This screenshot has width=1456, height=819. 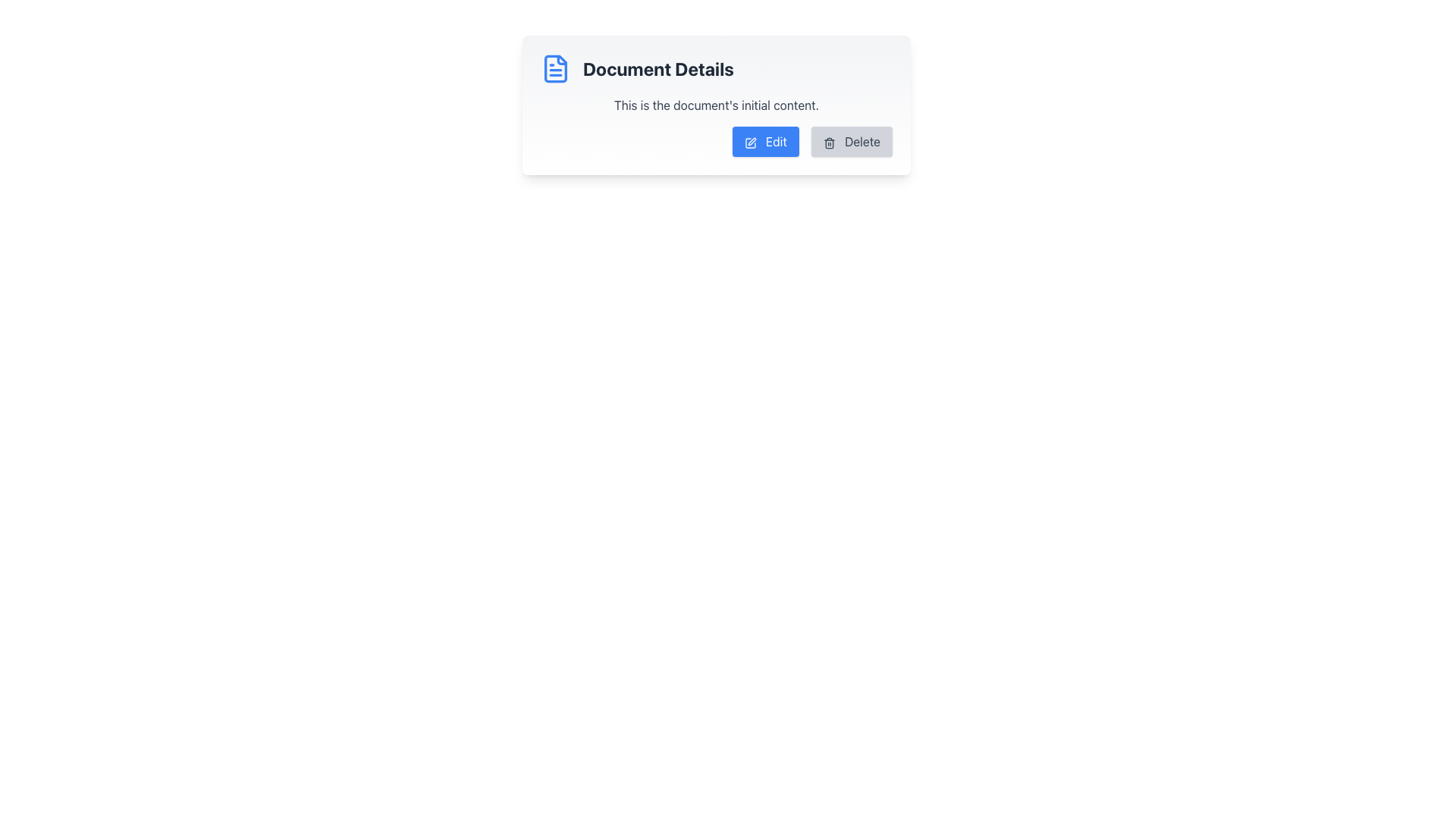 I want to click on the text element displaying the initial content of a document, located below the 'Document Details' heading and above the 'Edit' and 'Delete' buttons, so click(x=716, y=104).